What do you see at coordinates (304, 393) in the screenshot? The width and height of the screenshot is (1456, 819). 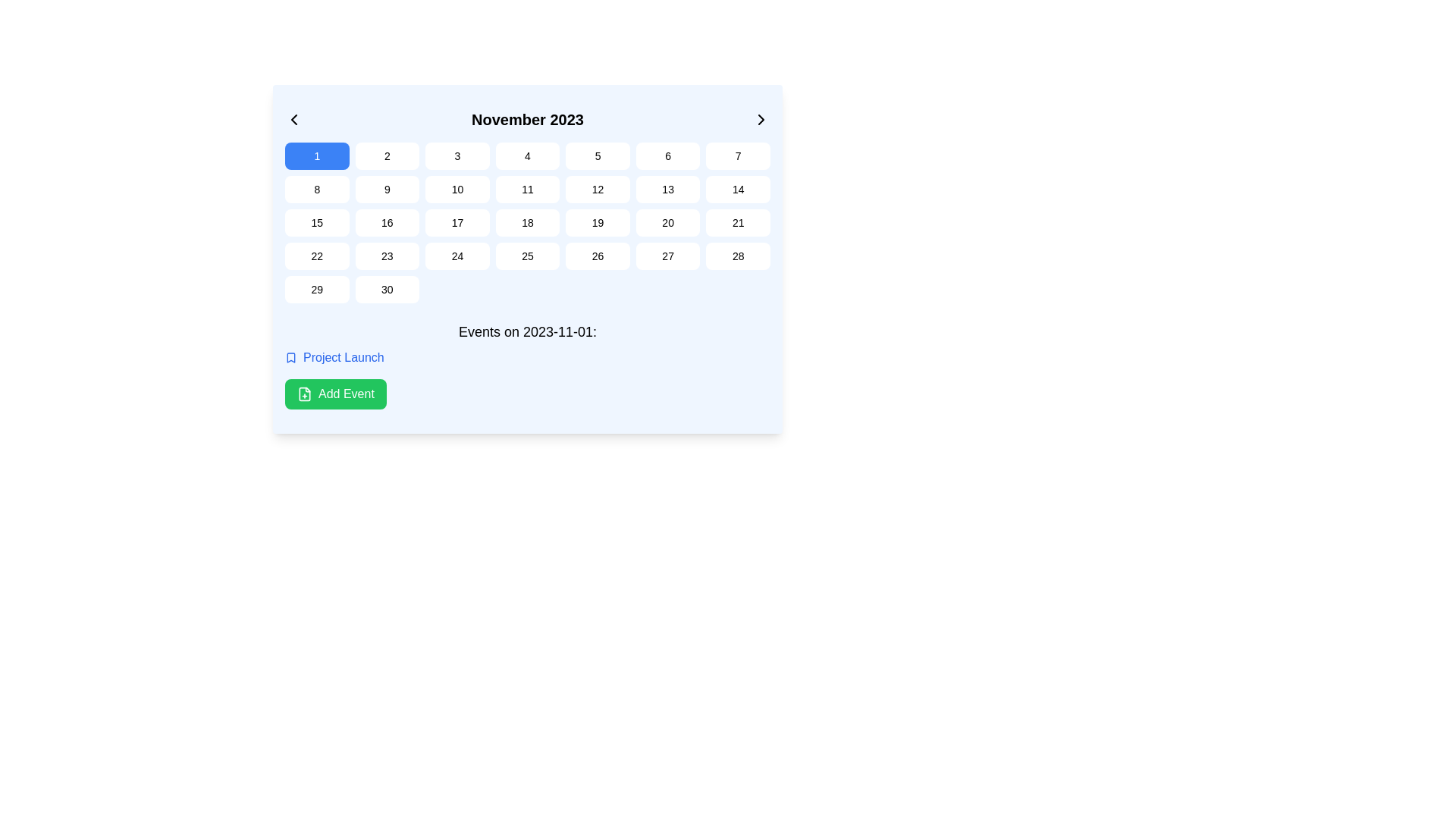 I see `the file icon that symbolizes adding a new event in the calendar, located within the 'Add Event' button` at bounding box center [304, 393].